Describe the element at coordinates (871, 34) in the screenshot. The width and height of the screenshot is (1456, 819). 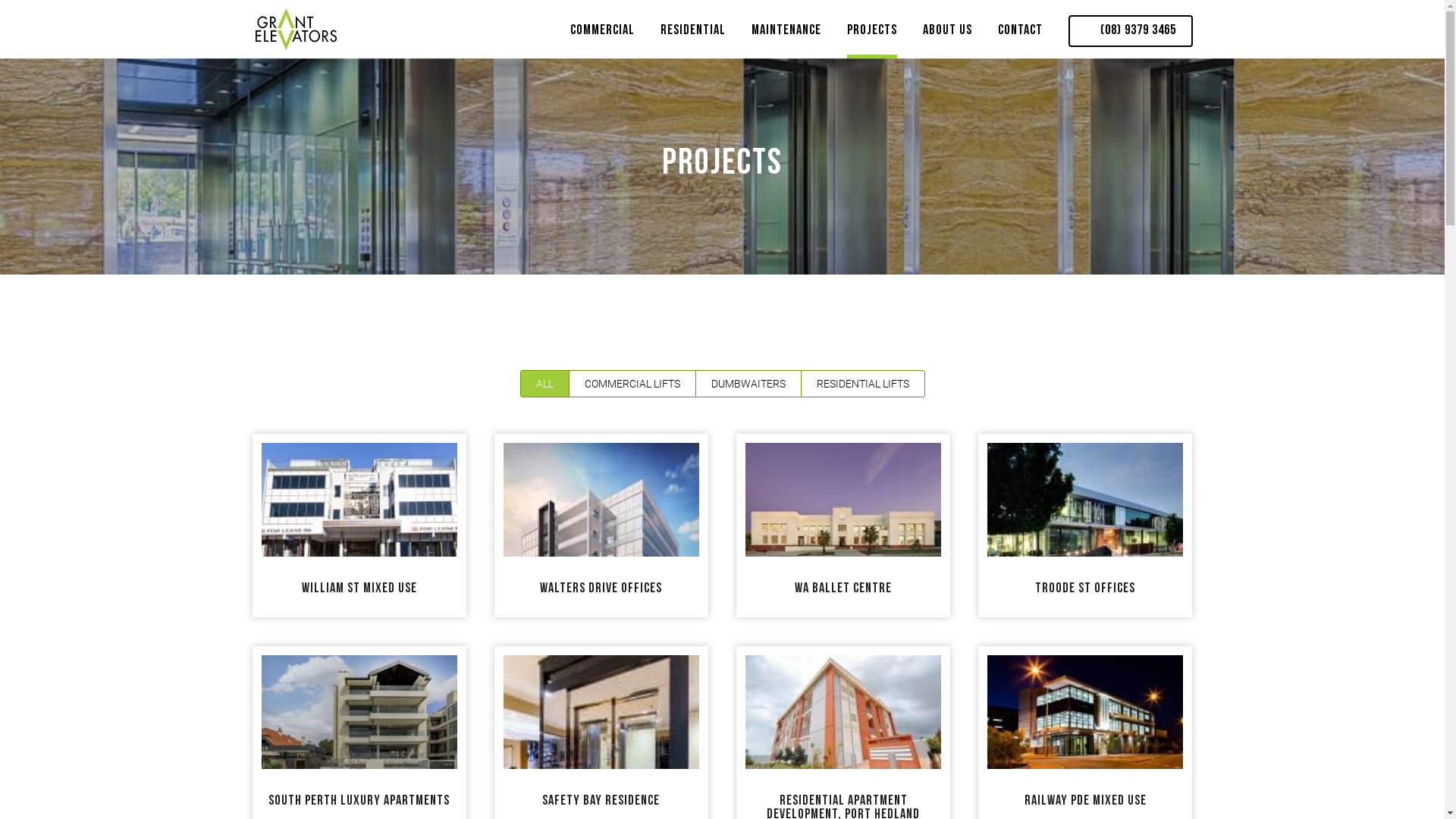
I see `'PROJECTS'` at that location.